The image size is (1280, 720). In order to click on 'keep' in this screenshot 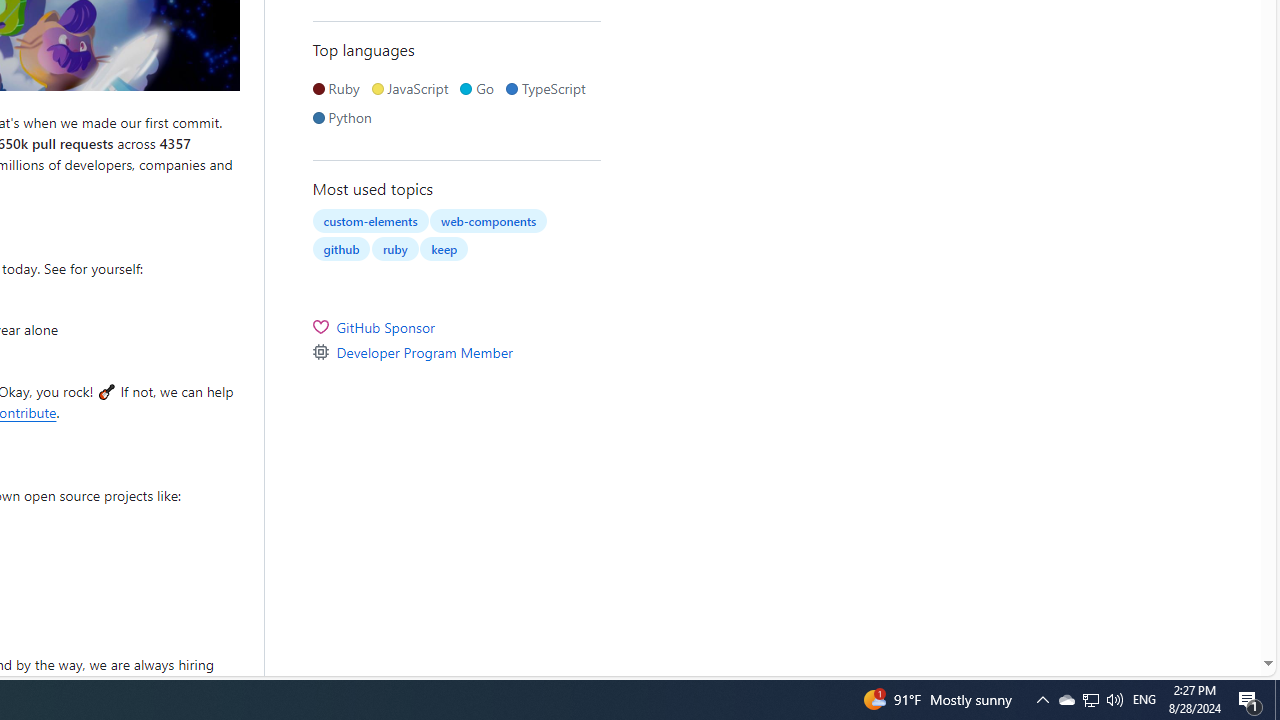, I will do `click(443, 247)`.